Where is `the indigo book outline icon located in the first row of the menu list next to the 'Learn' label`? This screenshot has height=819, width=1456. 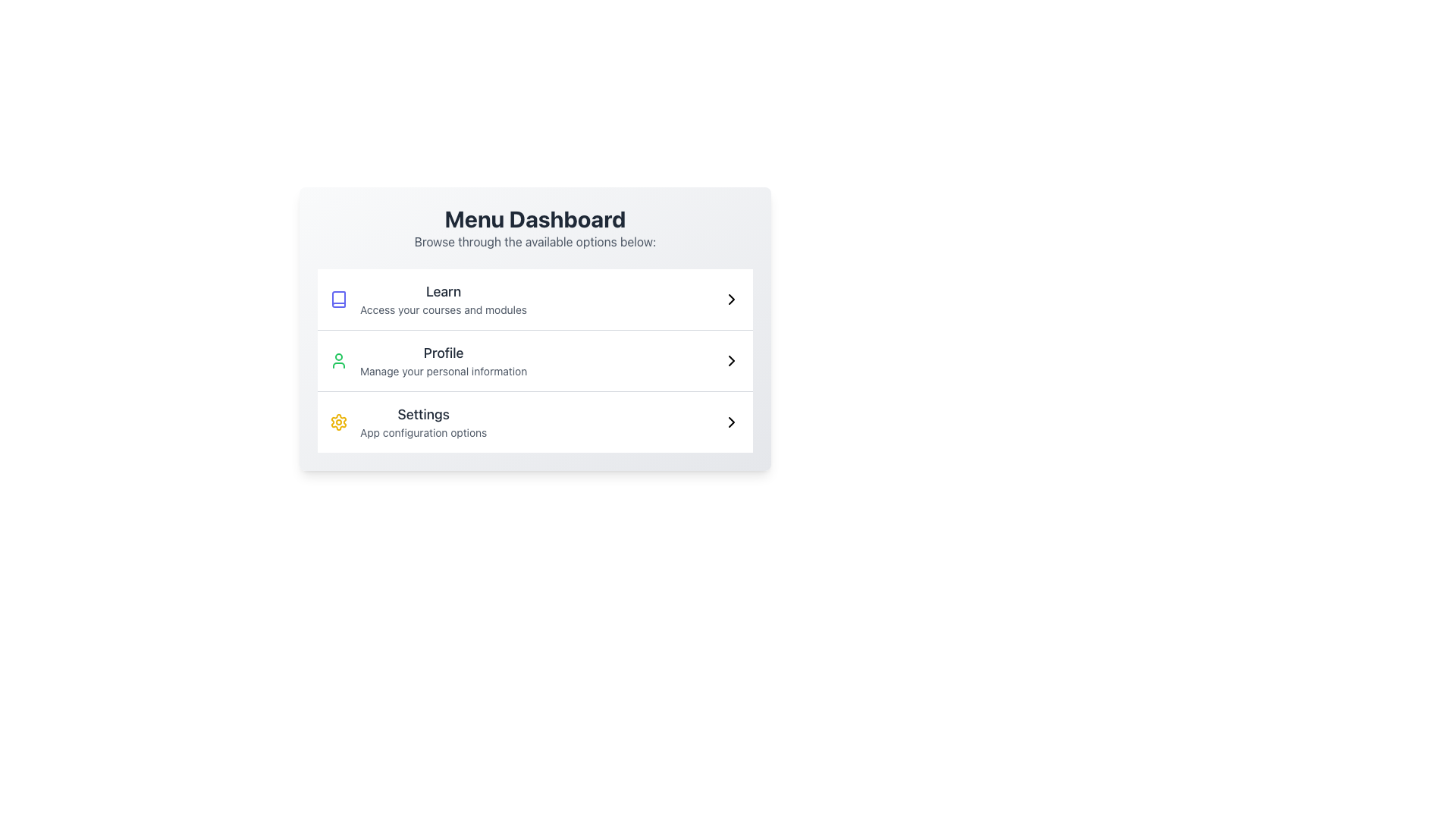 the indigo book outline icon located in the first row of the menu list next to the 'Learn' label is located at coordinates (337, 299).